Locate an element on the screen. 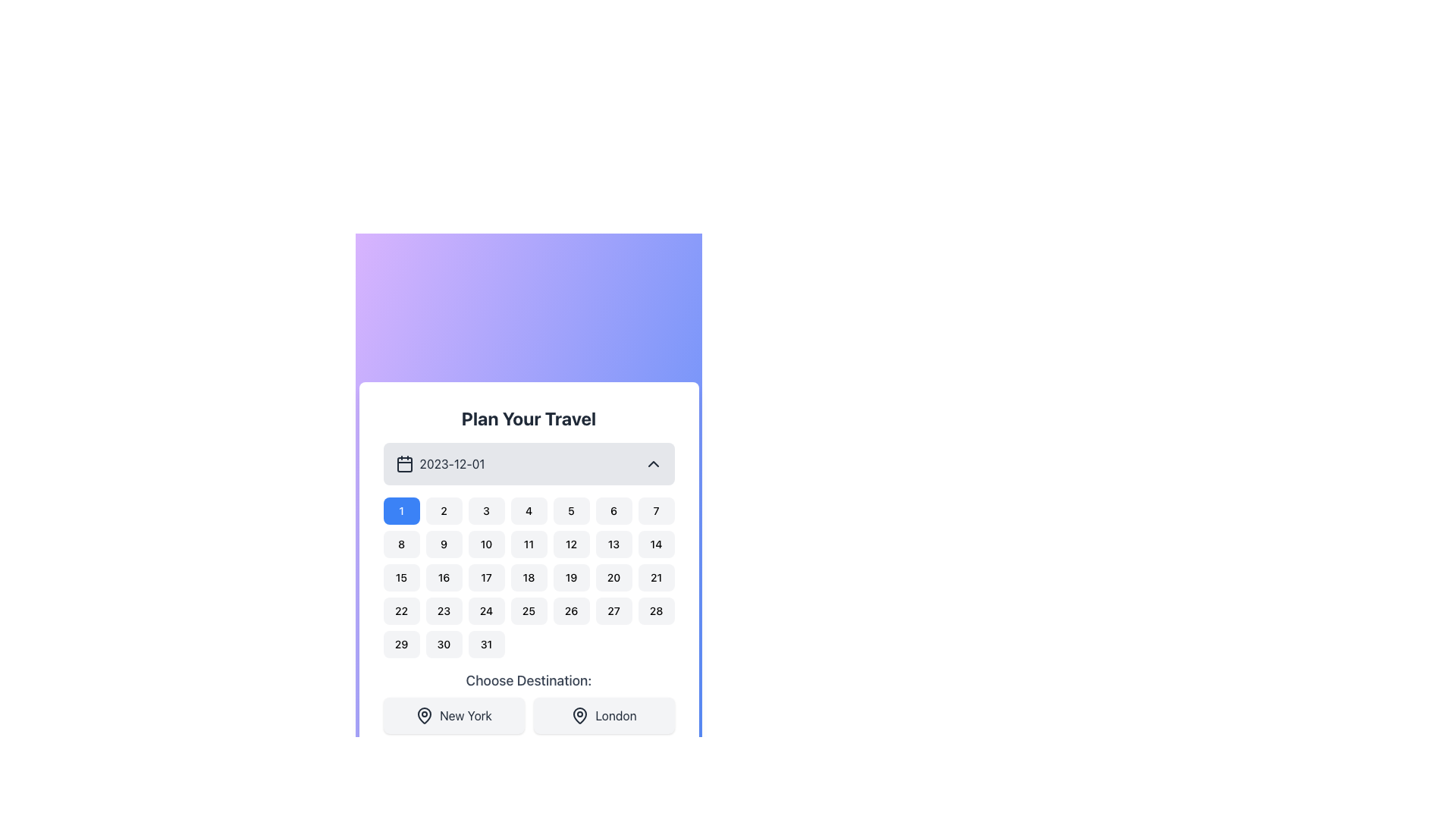  the Icon associated with the 'London' button in the 'Choose Destination' section to enhance user understanding of the interface is located at coordinates (579, 716).